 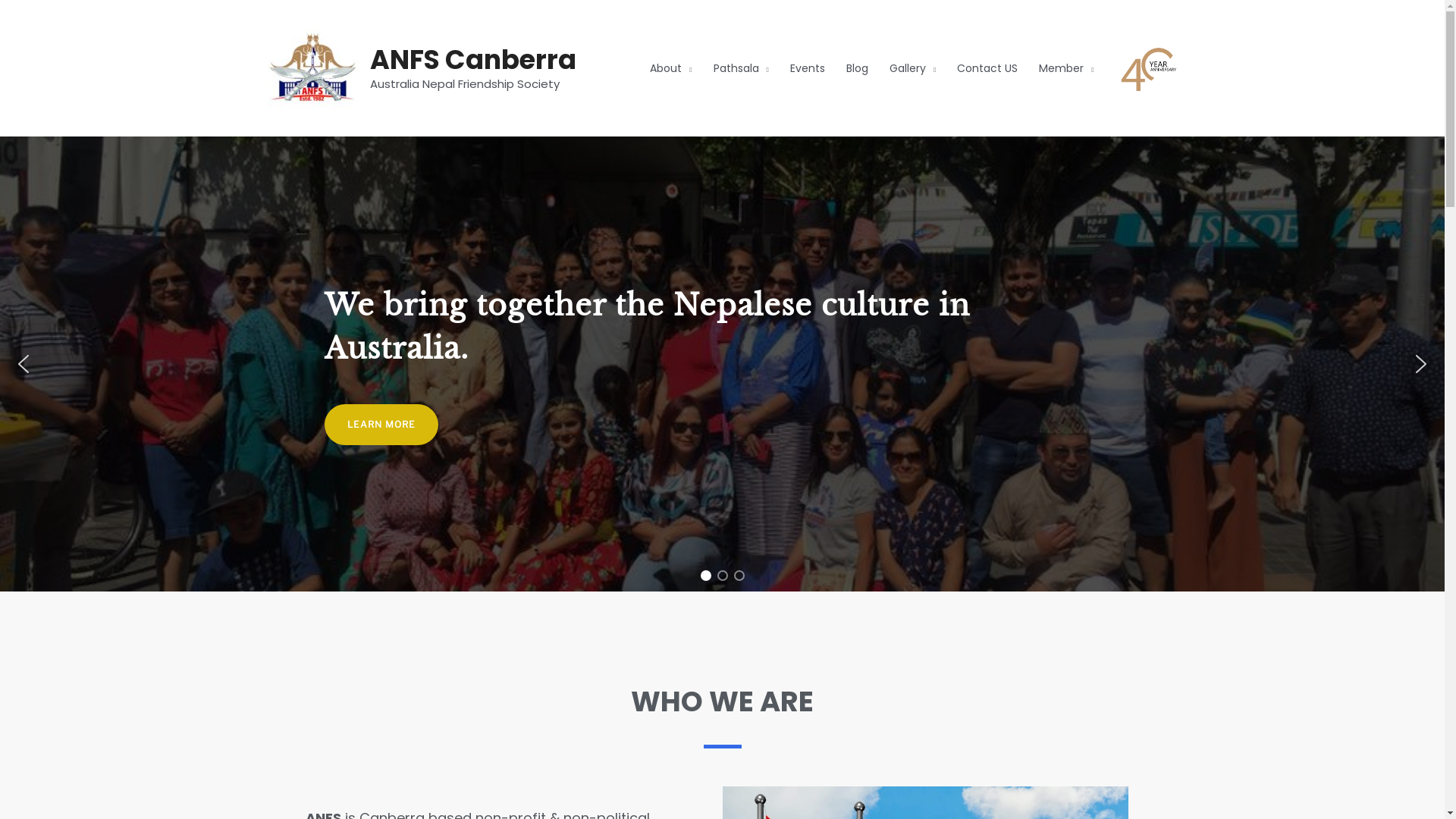 I want to click on 'Events', so click(x=807, y=67).